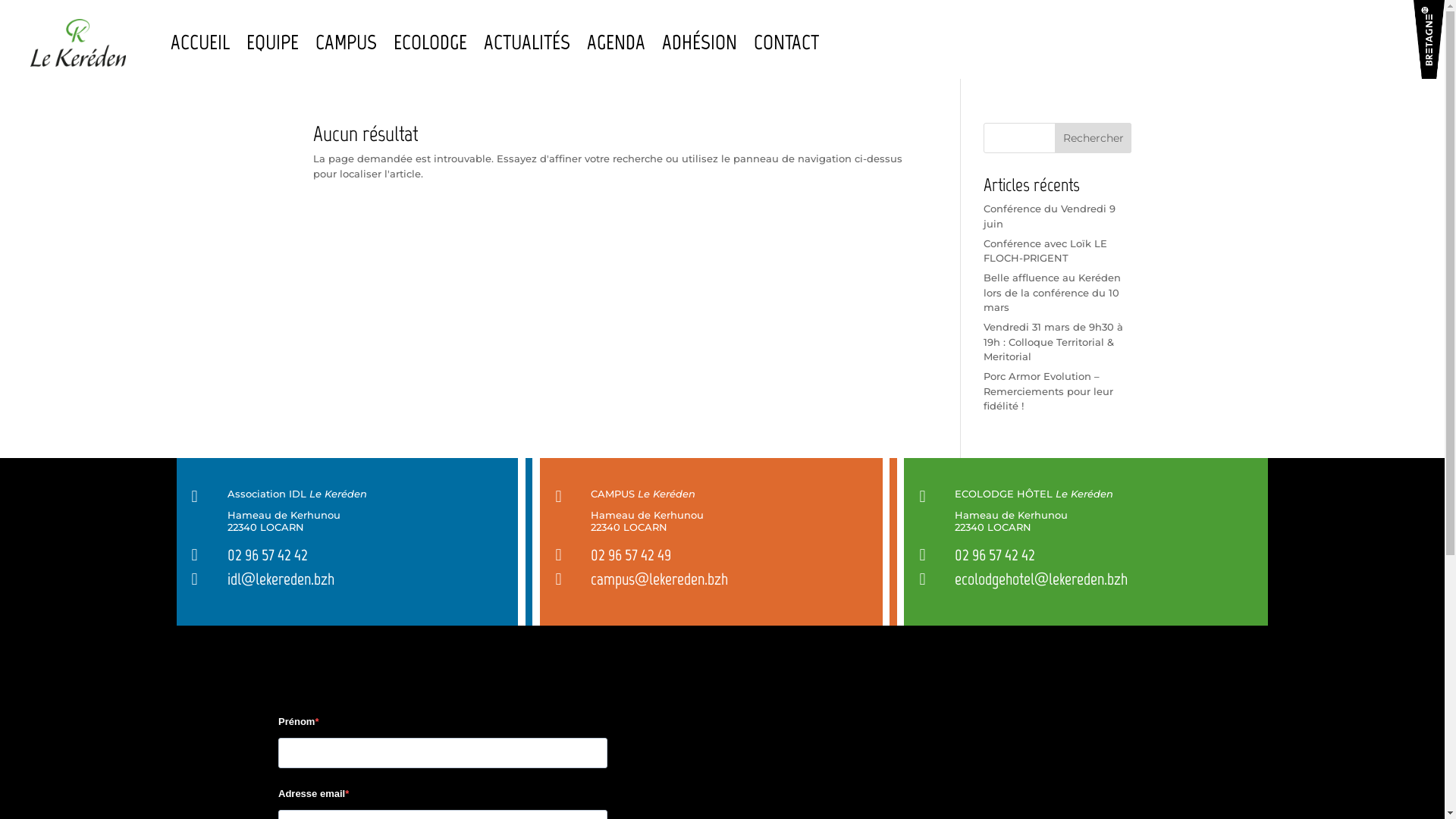  What do you see at coordinates (272, 42) in the screenshot?
I see `'EQUIPE'` at bounding box center [272, 42].